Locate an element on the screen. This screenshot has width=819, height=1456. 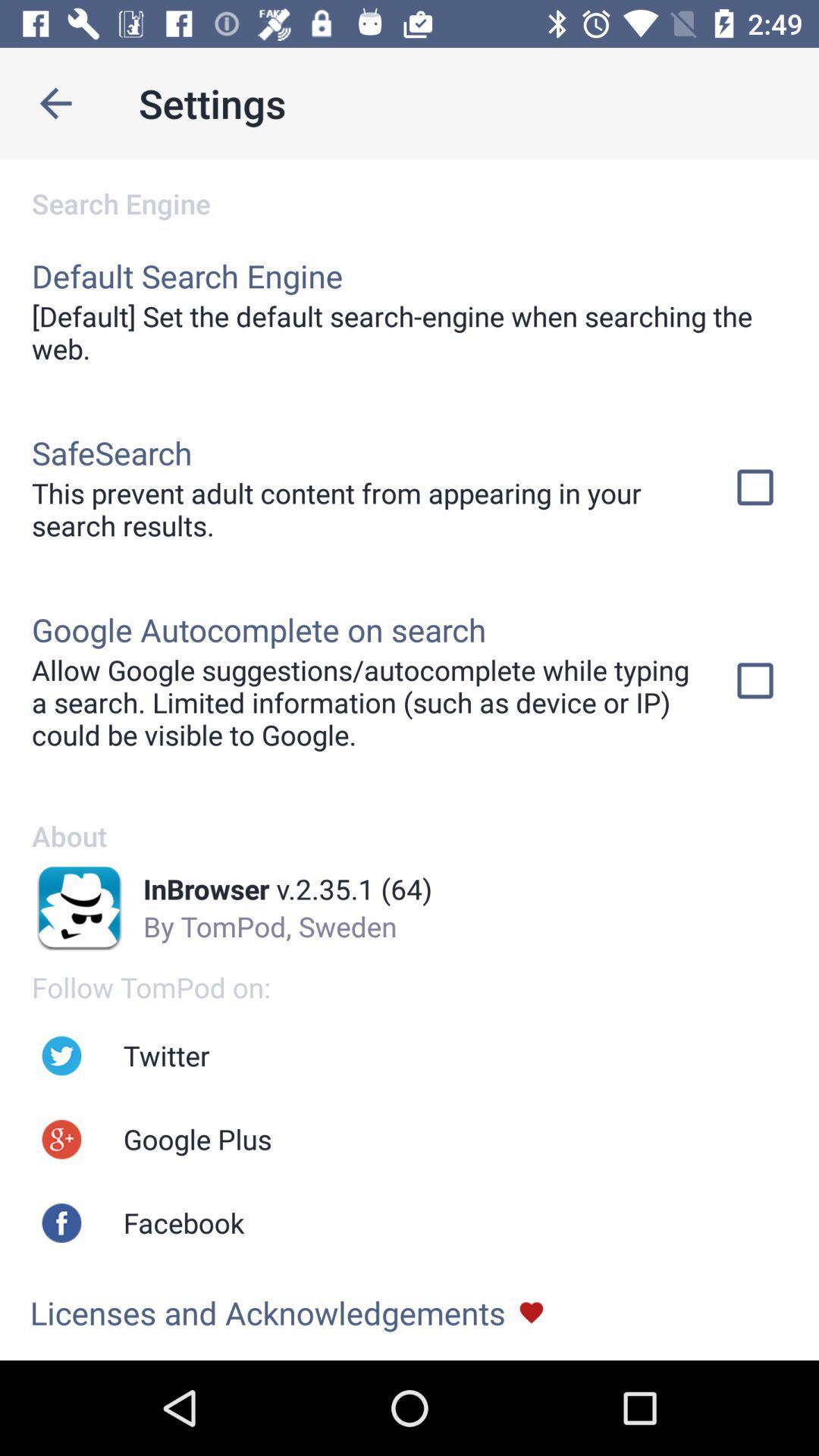
the item above the search engine icon is located at coordinates (55, 102).